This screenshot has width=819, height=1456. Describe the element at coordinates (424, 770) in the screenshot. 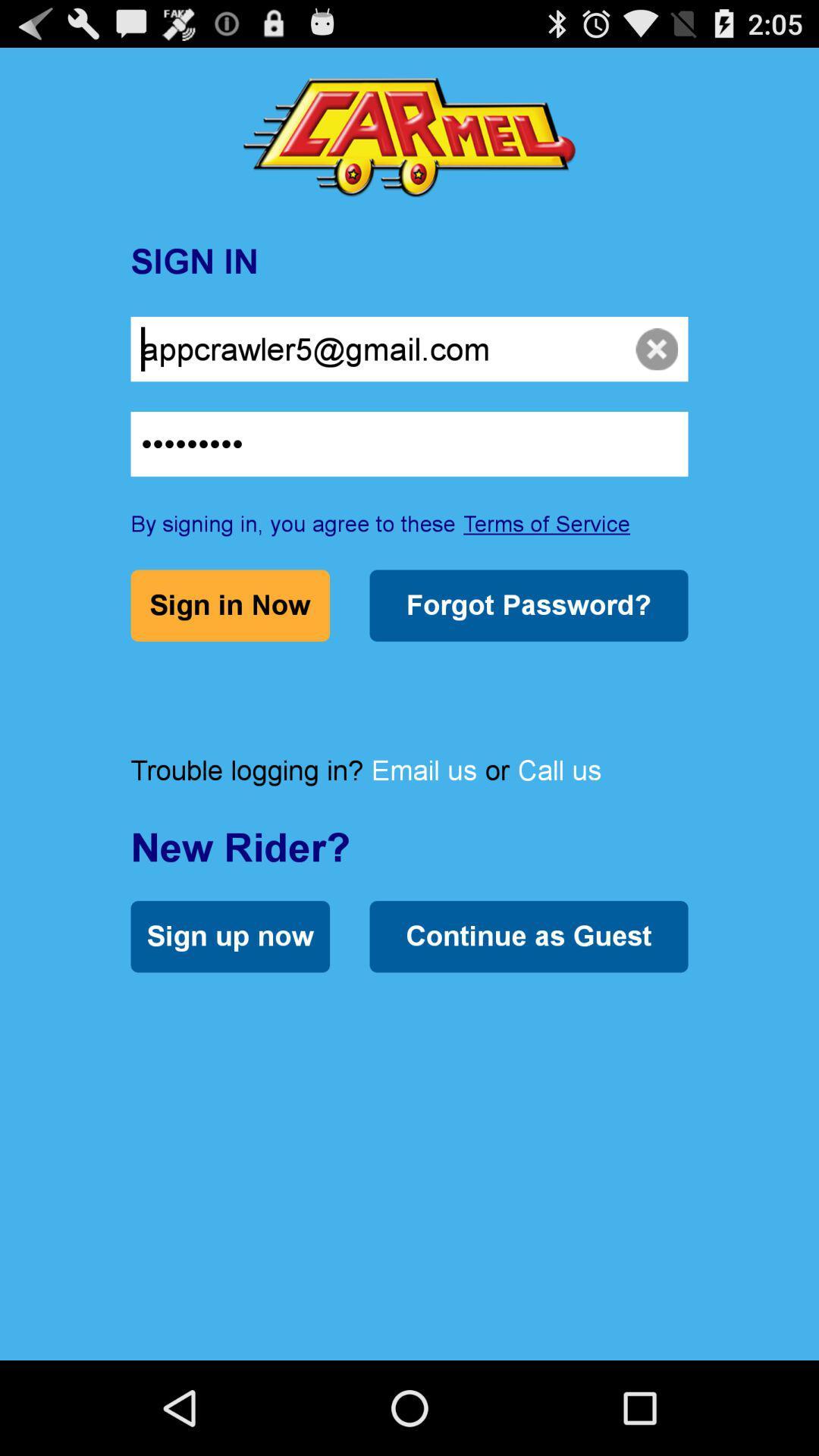

I see `the icon next to or item` at that location.